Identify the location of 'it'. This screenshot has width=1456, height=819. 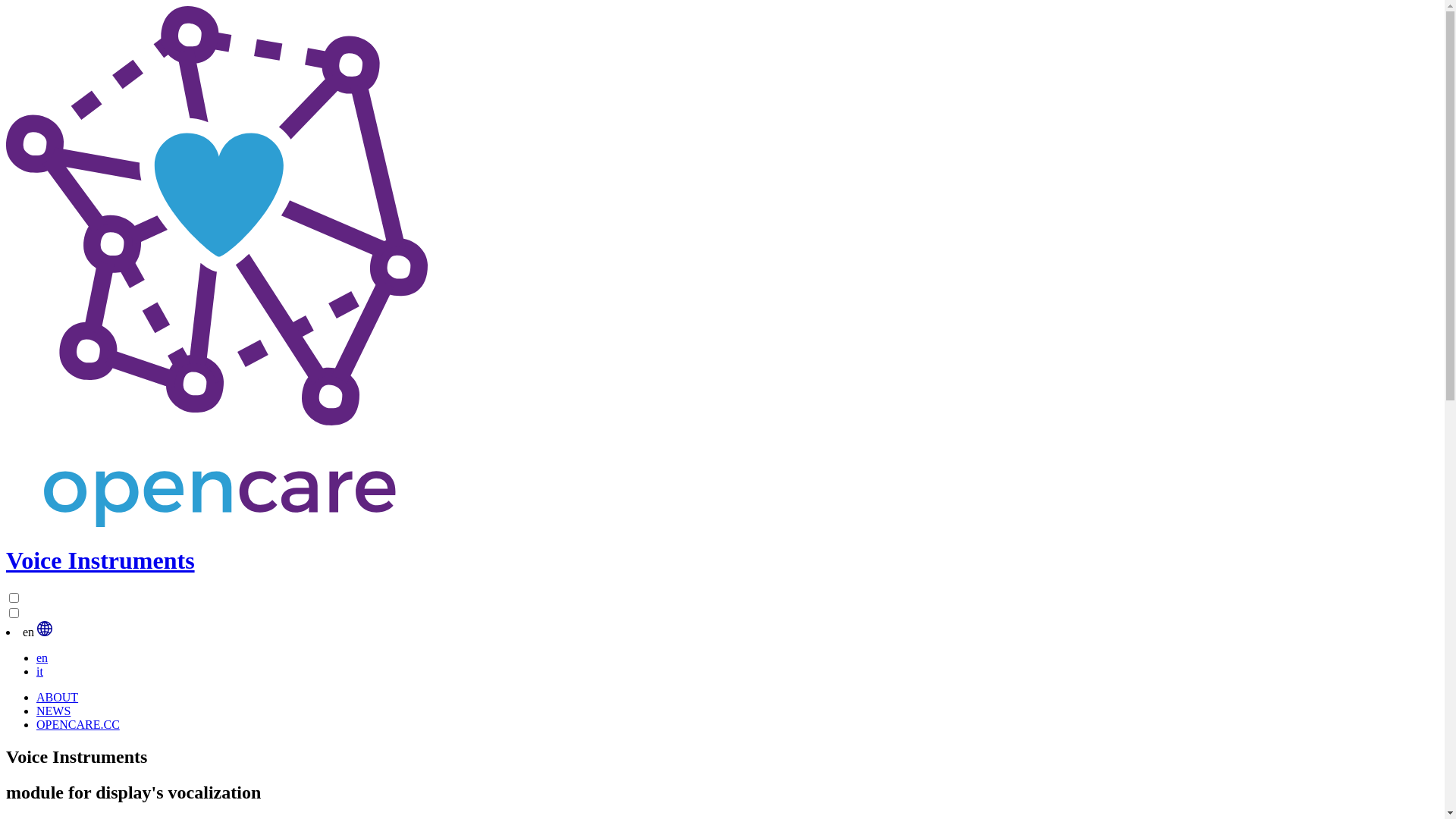
(39, 670).